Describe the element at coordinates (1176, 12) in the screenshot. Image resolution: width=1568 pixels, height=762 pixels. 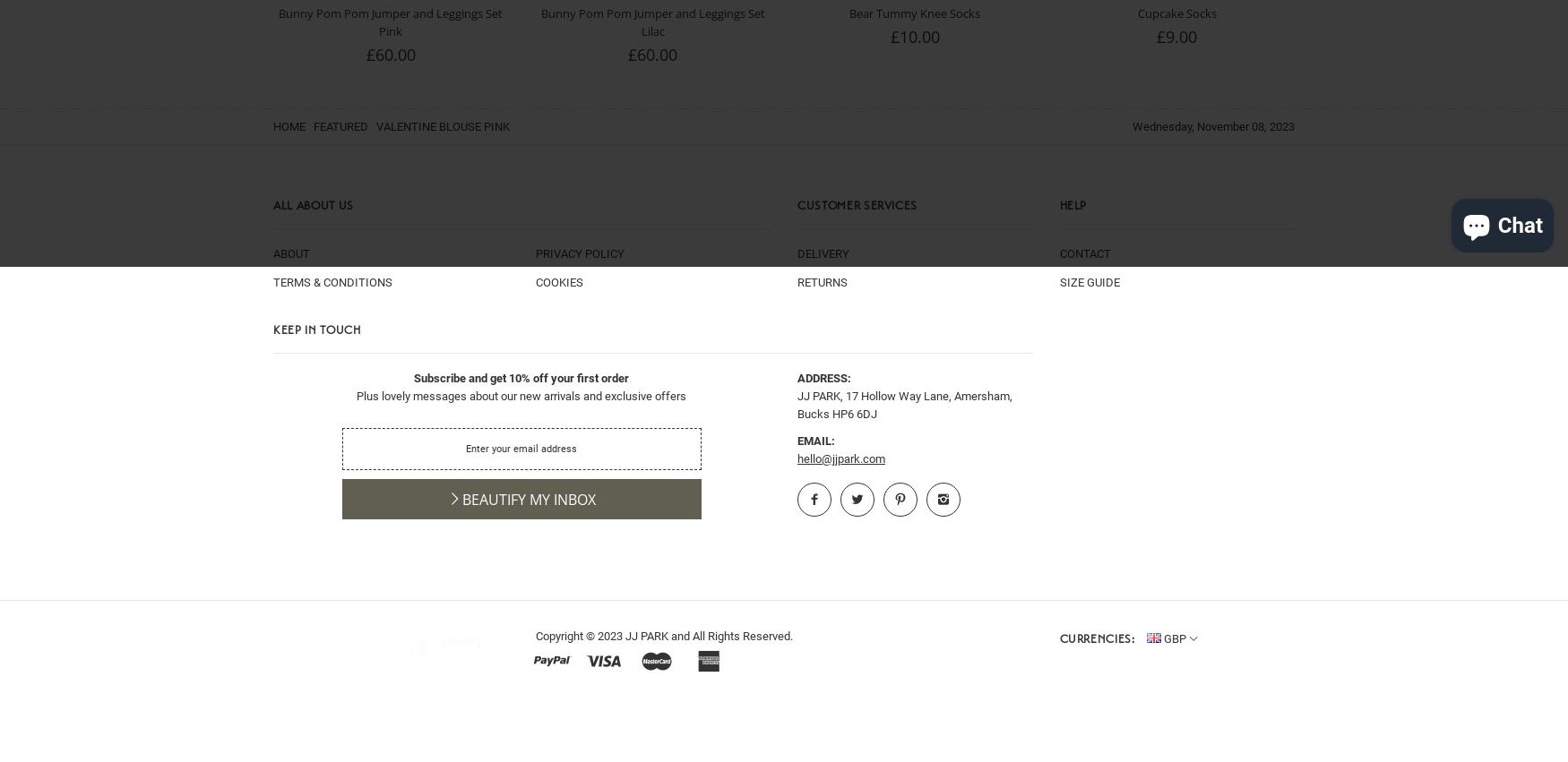
I see `'Cupcake Socks'` at that location.